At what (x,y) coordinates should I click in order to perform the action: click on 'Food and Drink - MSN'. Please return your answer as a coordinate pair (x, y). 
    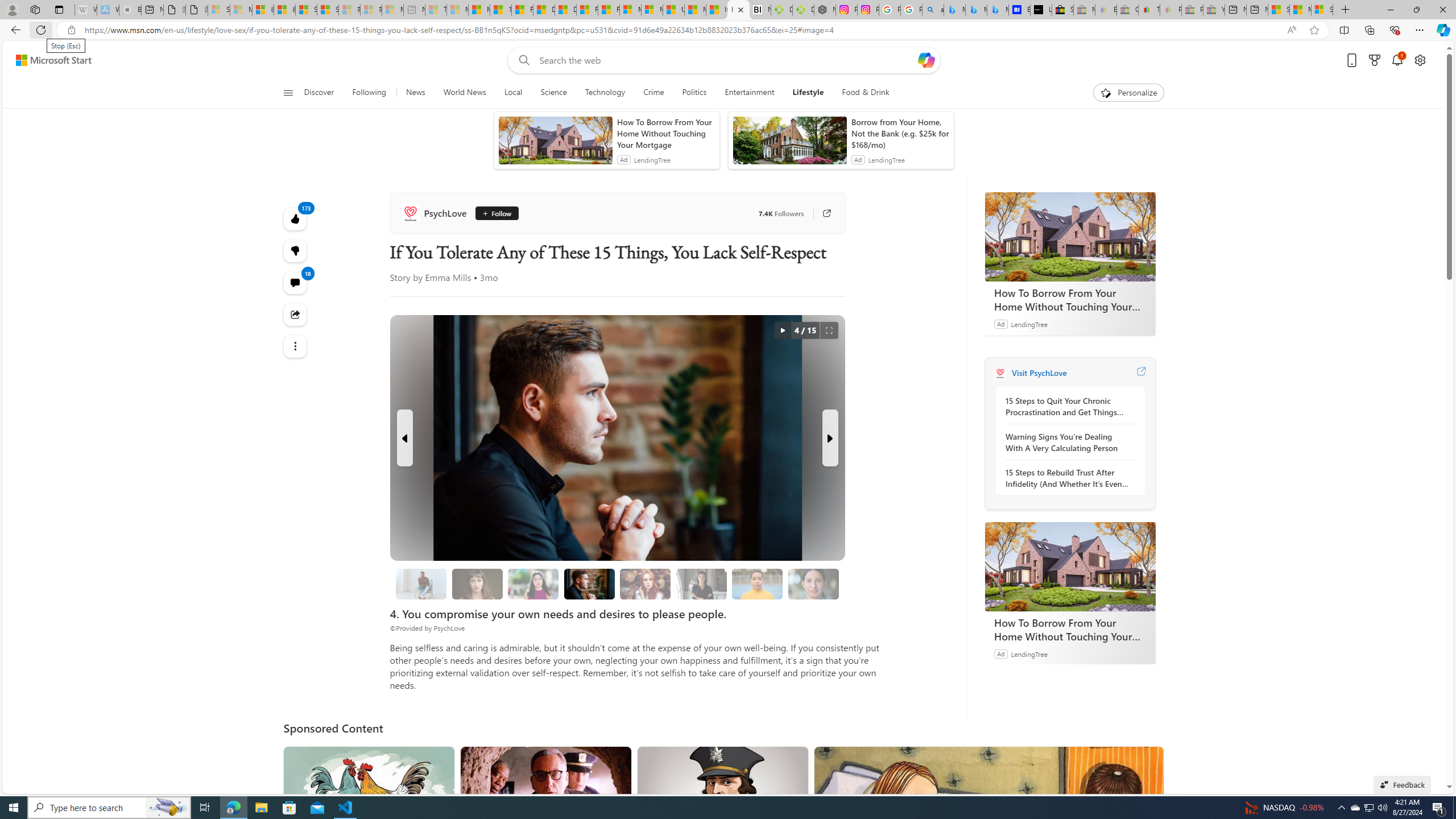
    Looking at the image, I should click on (522, 9).